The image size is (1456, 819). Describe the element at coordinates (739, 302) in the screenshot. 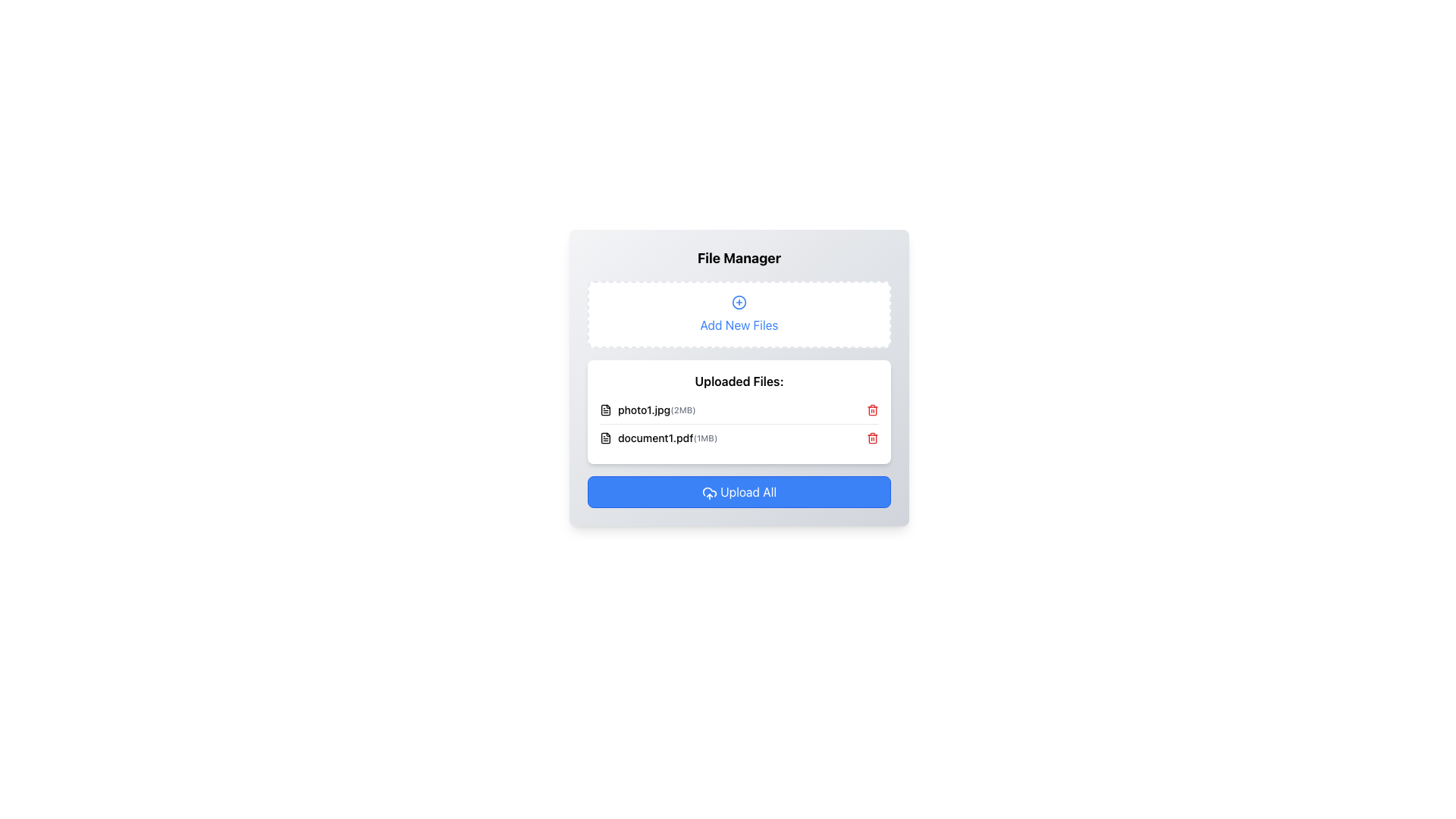

I see `the 'Add' icon located in the 'Add New Files' section, represented by a plus sign, which is centered horizontally and positioned near the top edge of the section` at that location.